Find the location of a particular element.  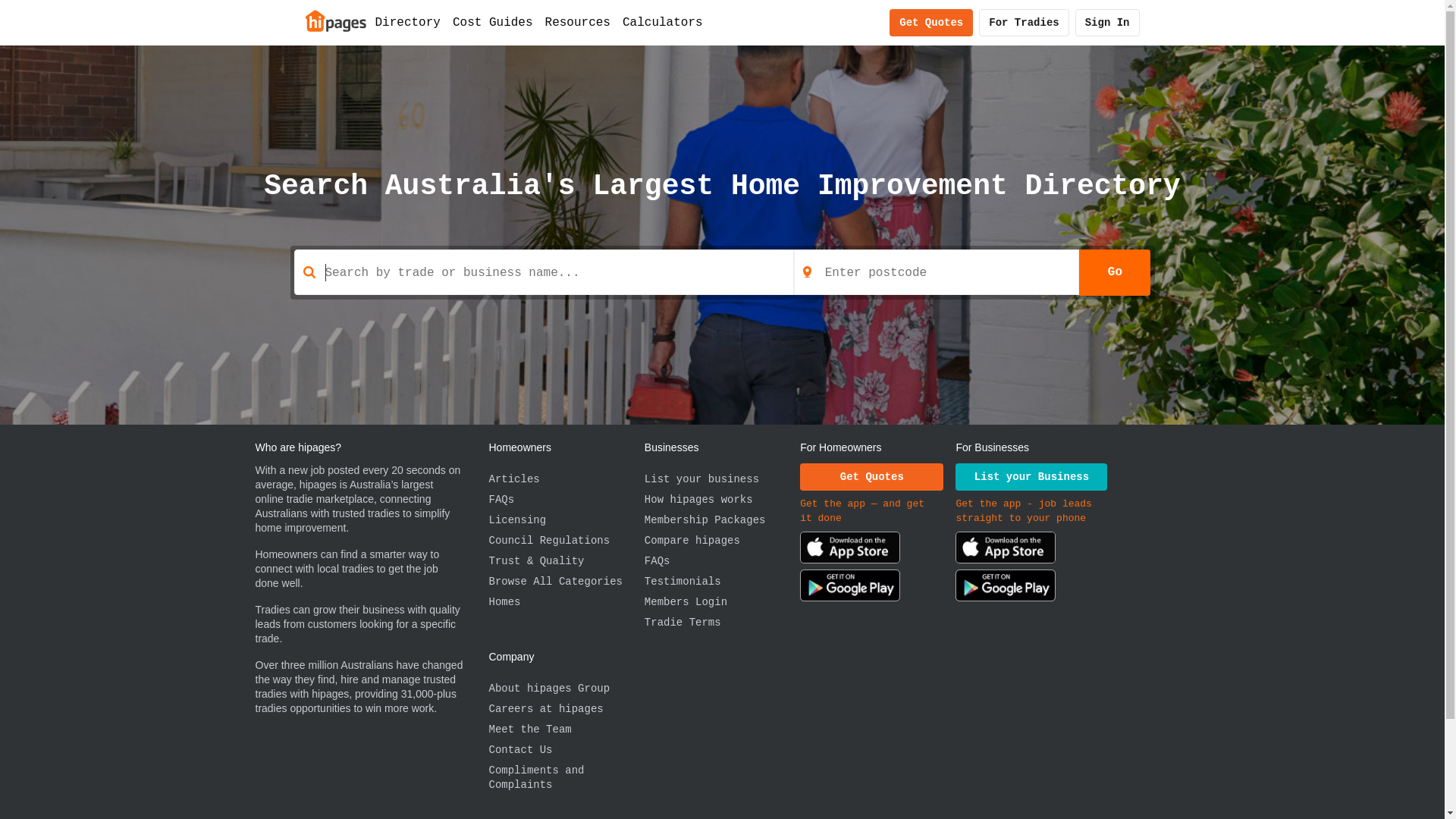

'About hipages Group' is located at coordinates (565, 689).